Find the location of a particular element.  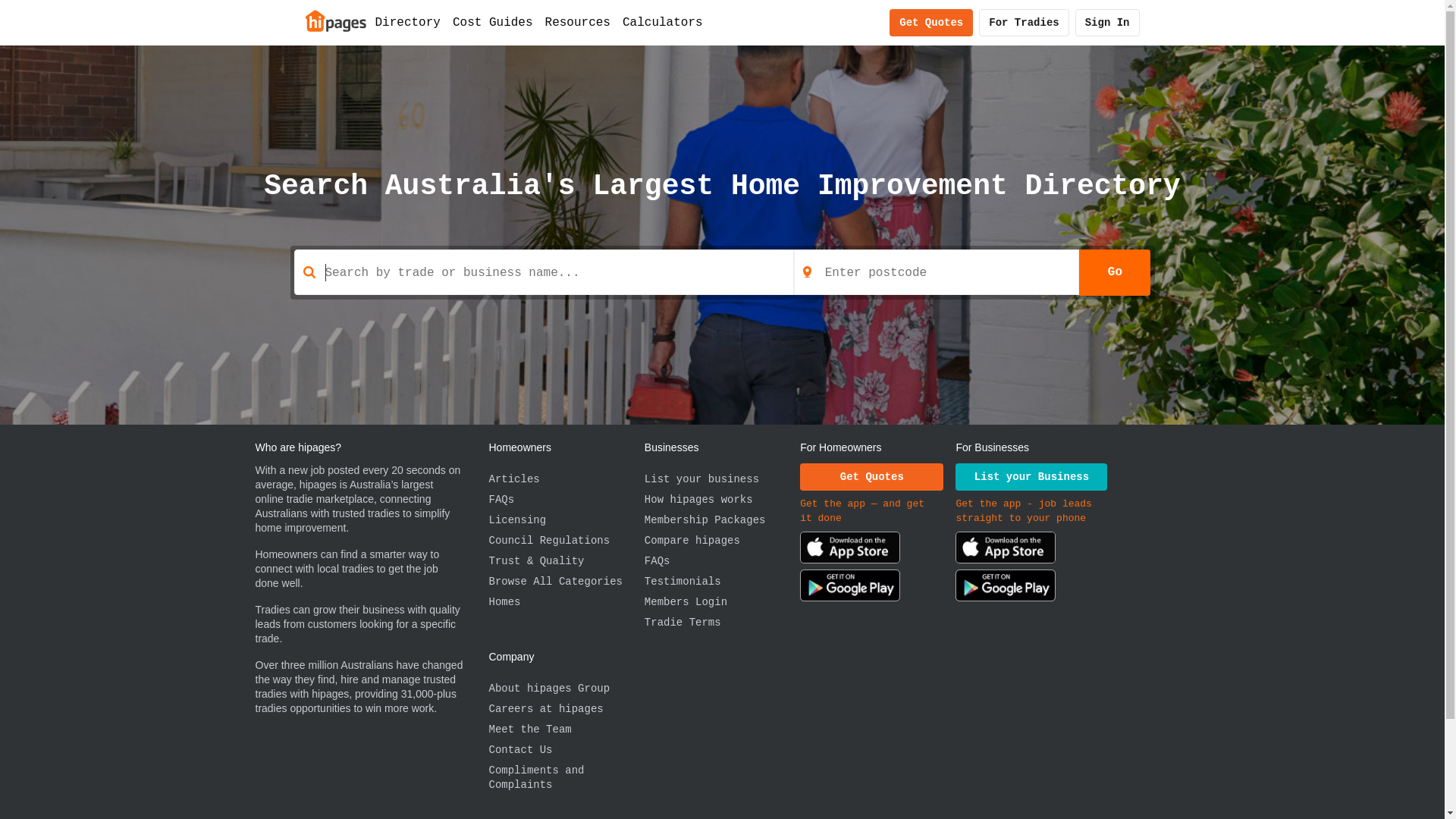

'About hipages Group' is located at coordinates (565, 689).